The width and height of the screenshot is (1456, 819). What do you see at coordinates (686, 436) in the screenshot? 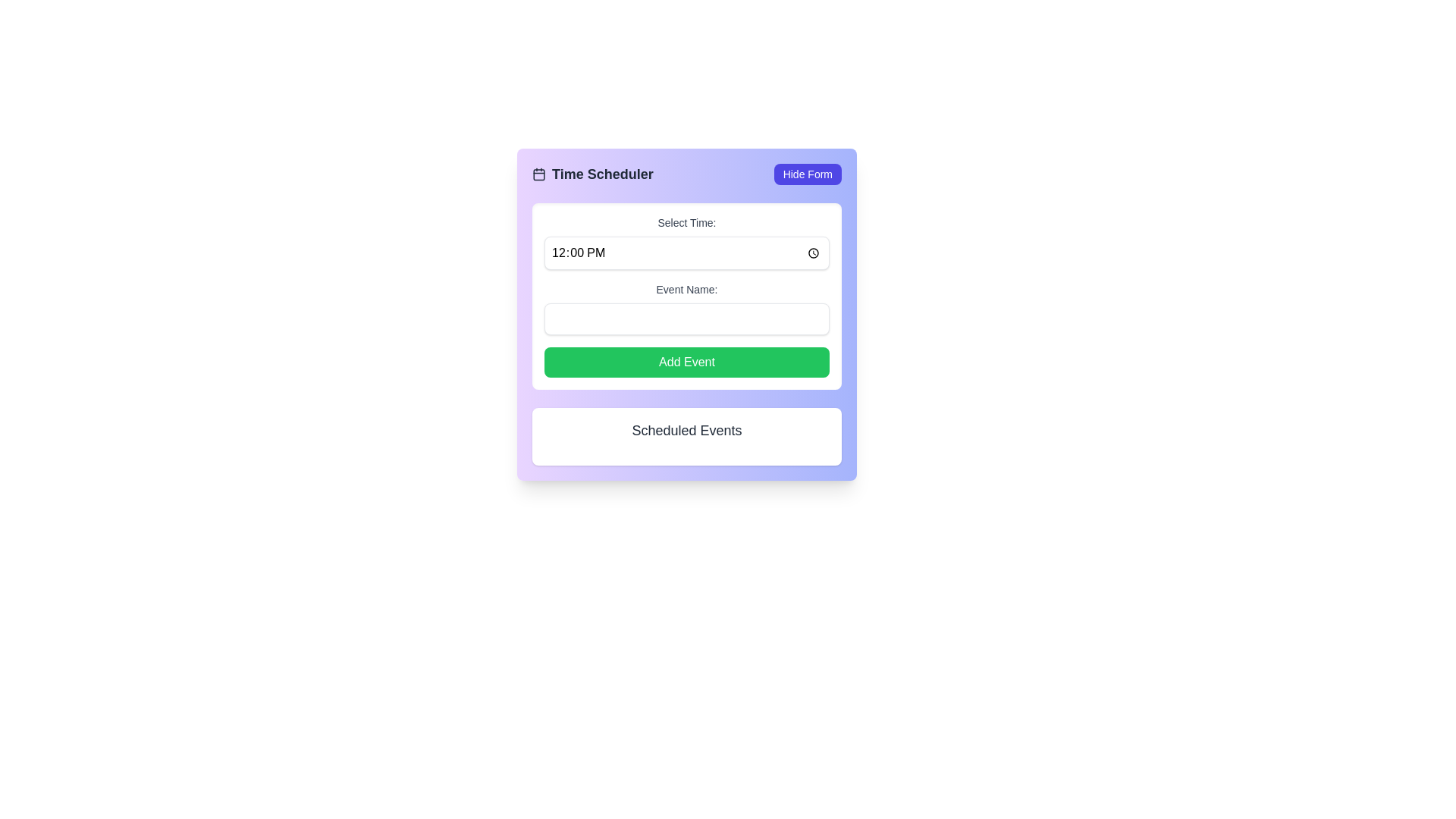
I see `the Text Display Box located at the bottom of the 'Time Scheduler' section, which contains information about scheduled events` at bounding box center [686, 436].